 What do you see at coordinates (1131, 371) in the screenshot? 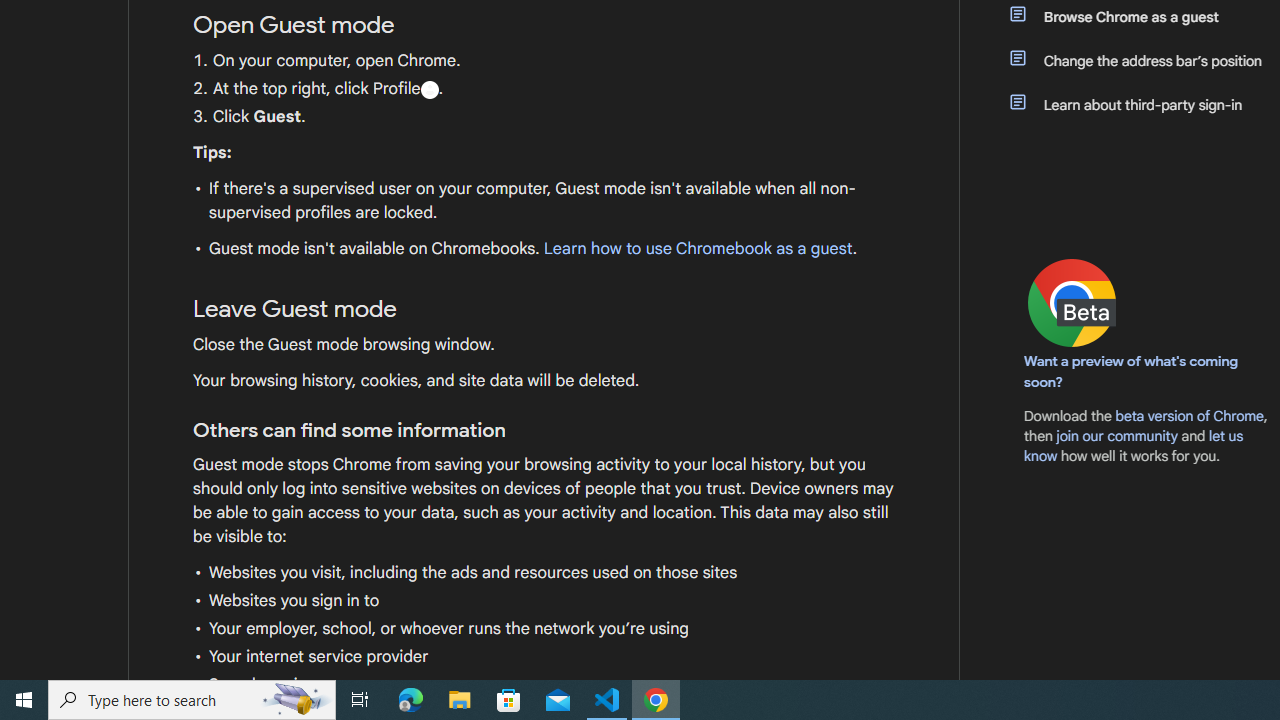
I see `'Want a preview of what'` at bounding box center [1131, 371].